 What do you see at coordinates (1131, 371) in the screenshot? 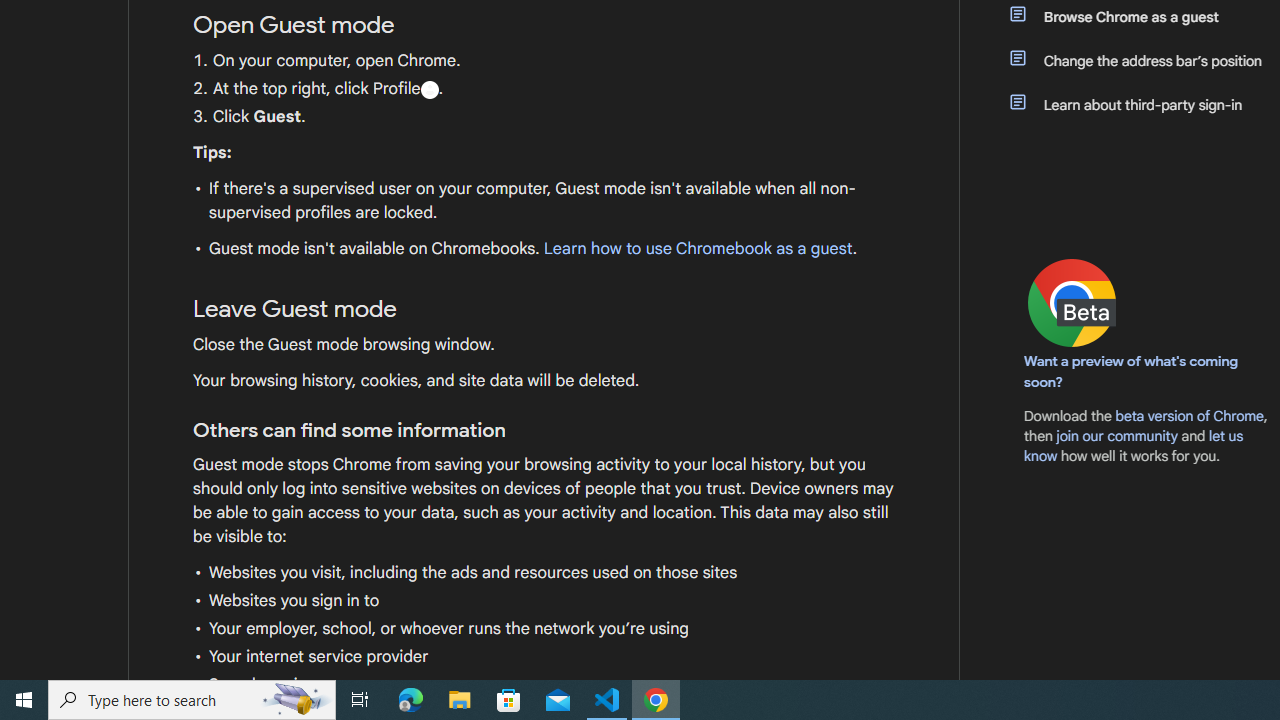
I see `'Want a preview of what'` at bounding box center [1131, 371].